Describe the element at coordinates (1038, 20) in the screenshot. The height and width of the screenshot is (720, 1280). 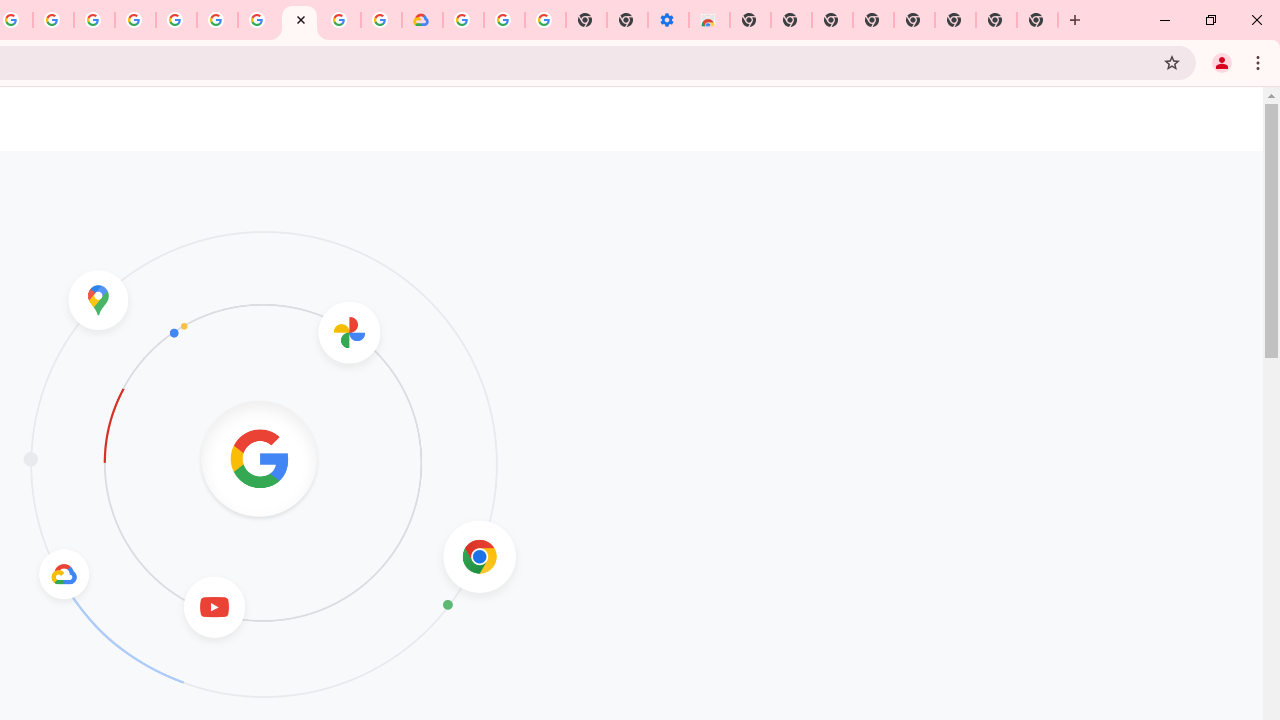
I see `'New Tab'` at that location.